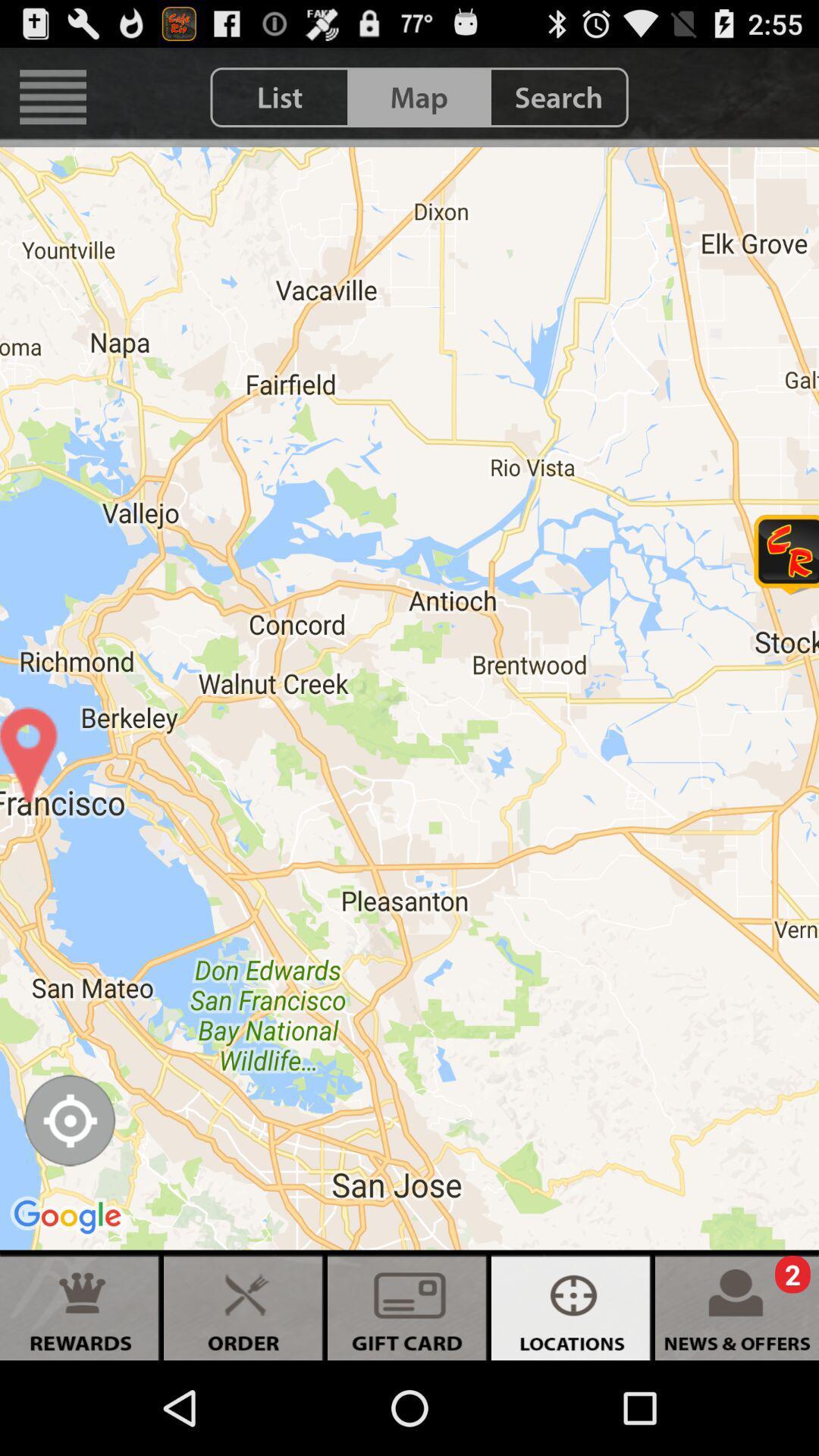 Image resolution: width=819 pixels, height=1456 pixels. What do you see at coordinates (280, 96) in the screenshot?
I see `the item next to the map` at bounding box center [280, 96].